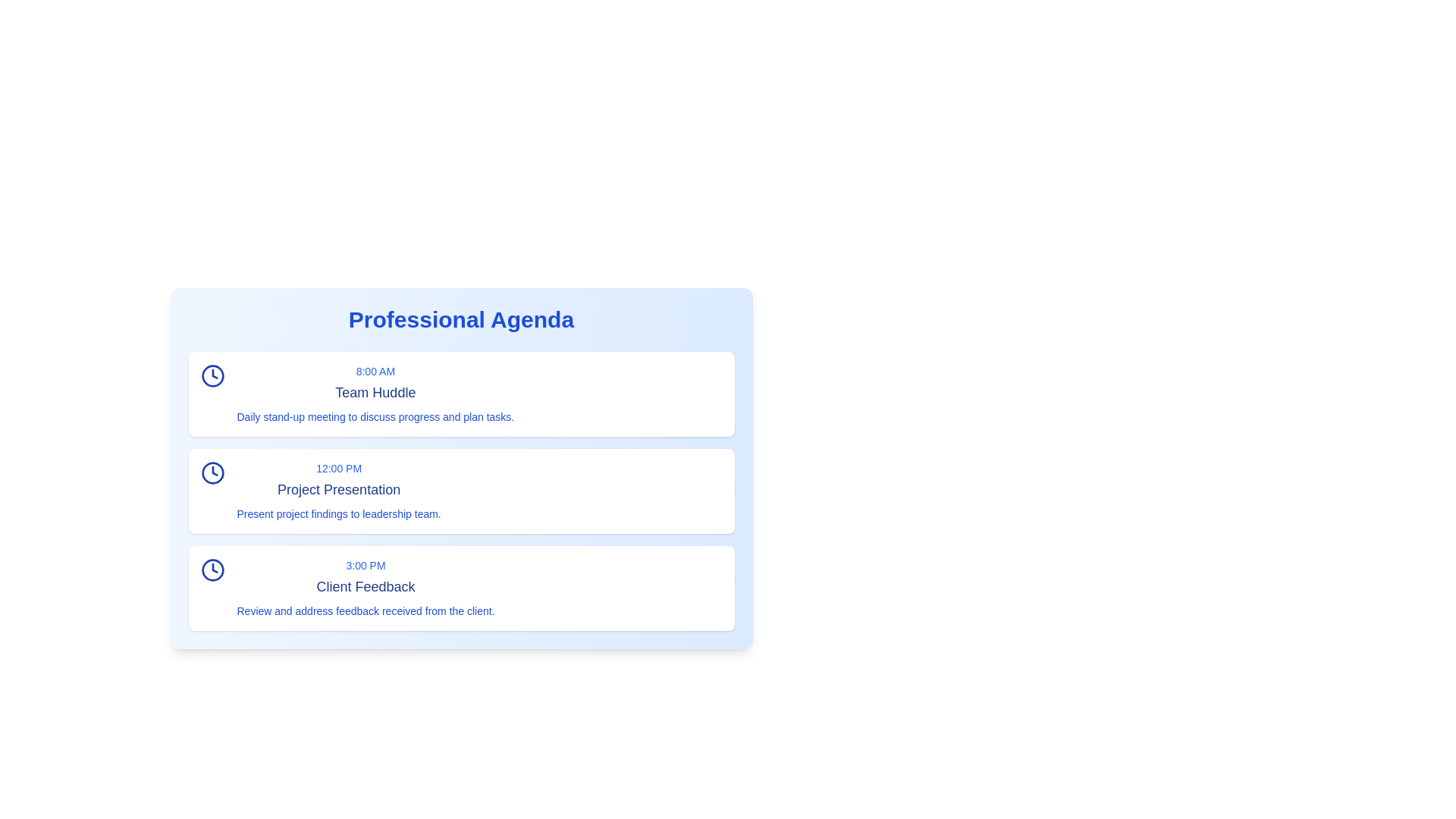  I want to click on the SVG Circle that represents the clock face, located at the center of the clock icon, which is positioned to the left of the '3:00 PM Client Feedback' event in the agenda interface, so click(212, 570).